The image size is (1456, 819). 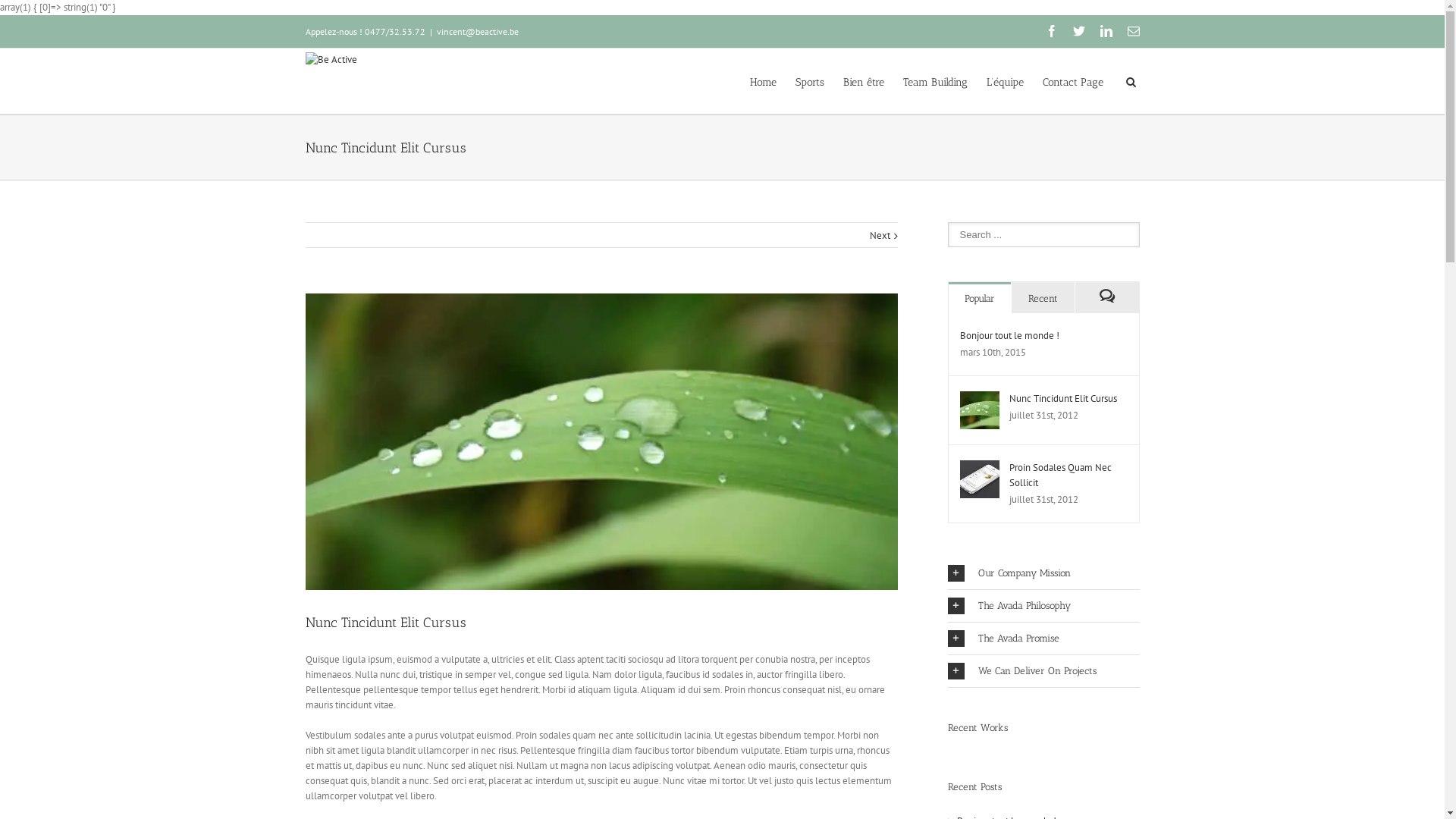 What do you see at coordinates (1077, 31) in the screenshot?
I see `'Twitter'` at bounding box center [1077, 31].